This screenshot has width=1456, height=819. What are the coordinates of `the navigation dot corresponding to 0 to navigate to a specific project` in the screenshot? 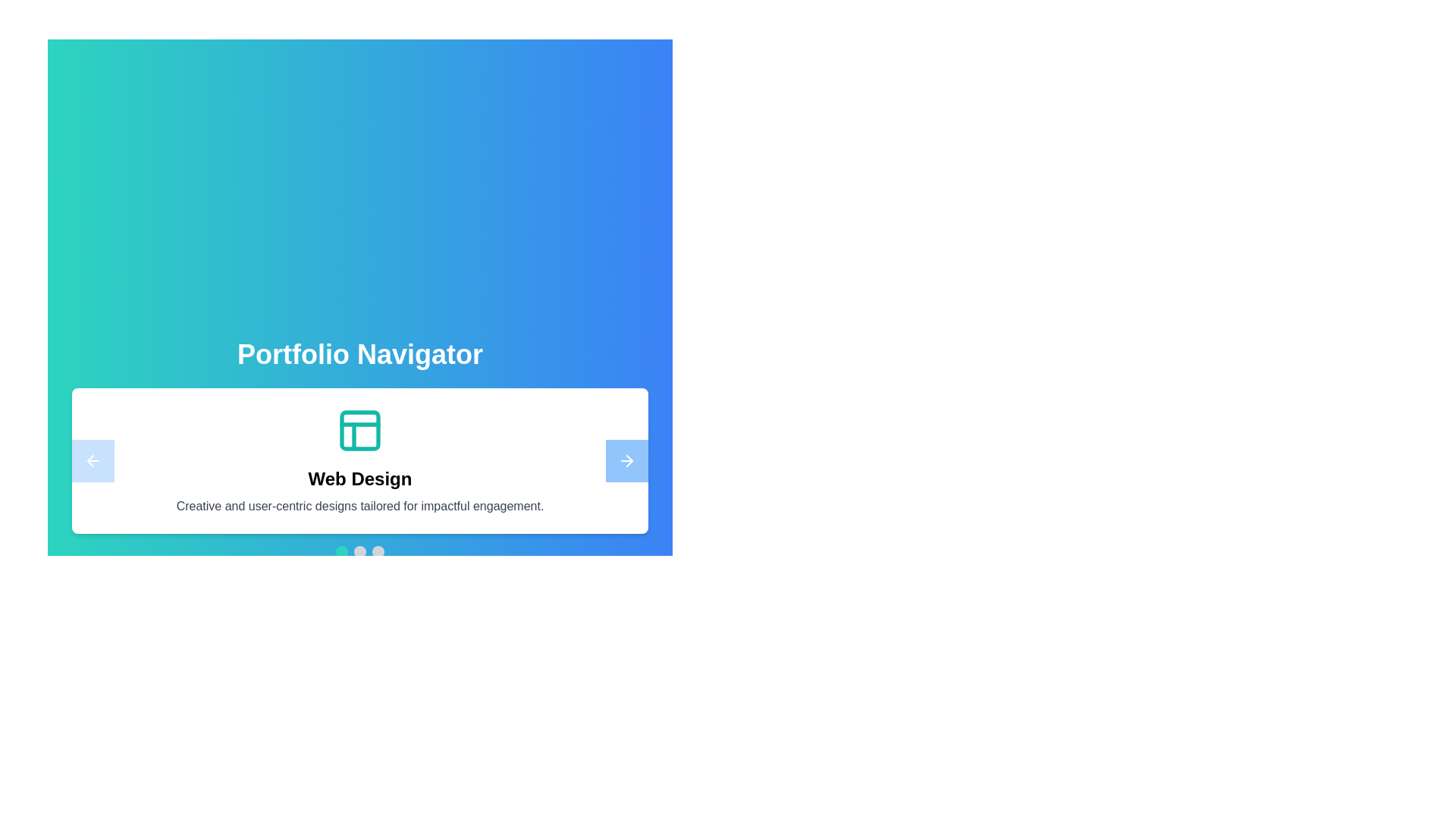 It's located at (341, 552).